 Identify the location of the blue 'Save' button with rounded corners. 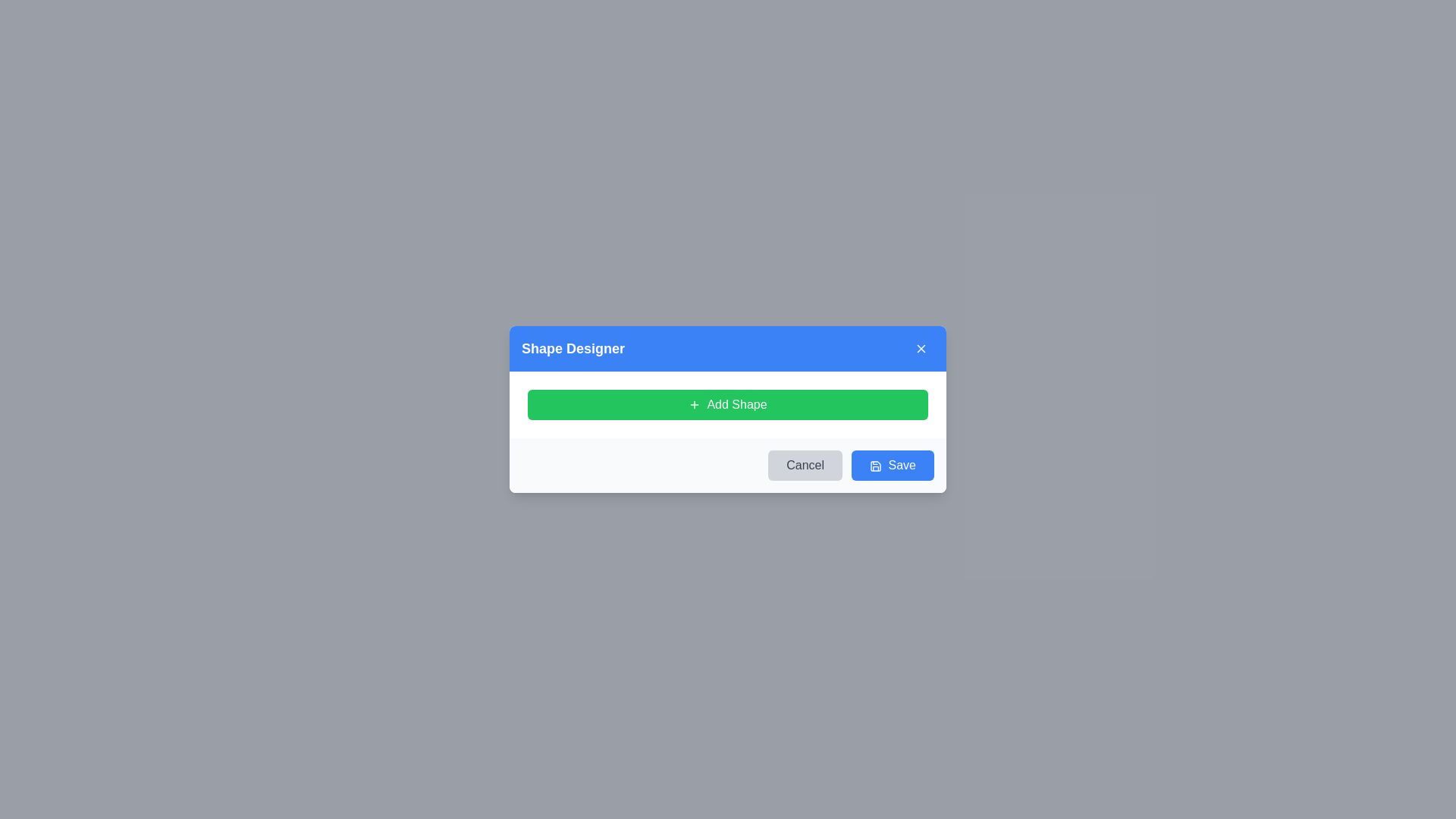
(893, 464).